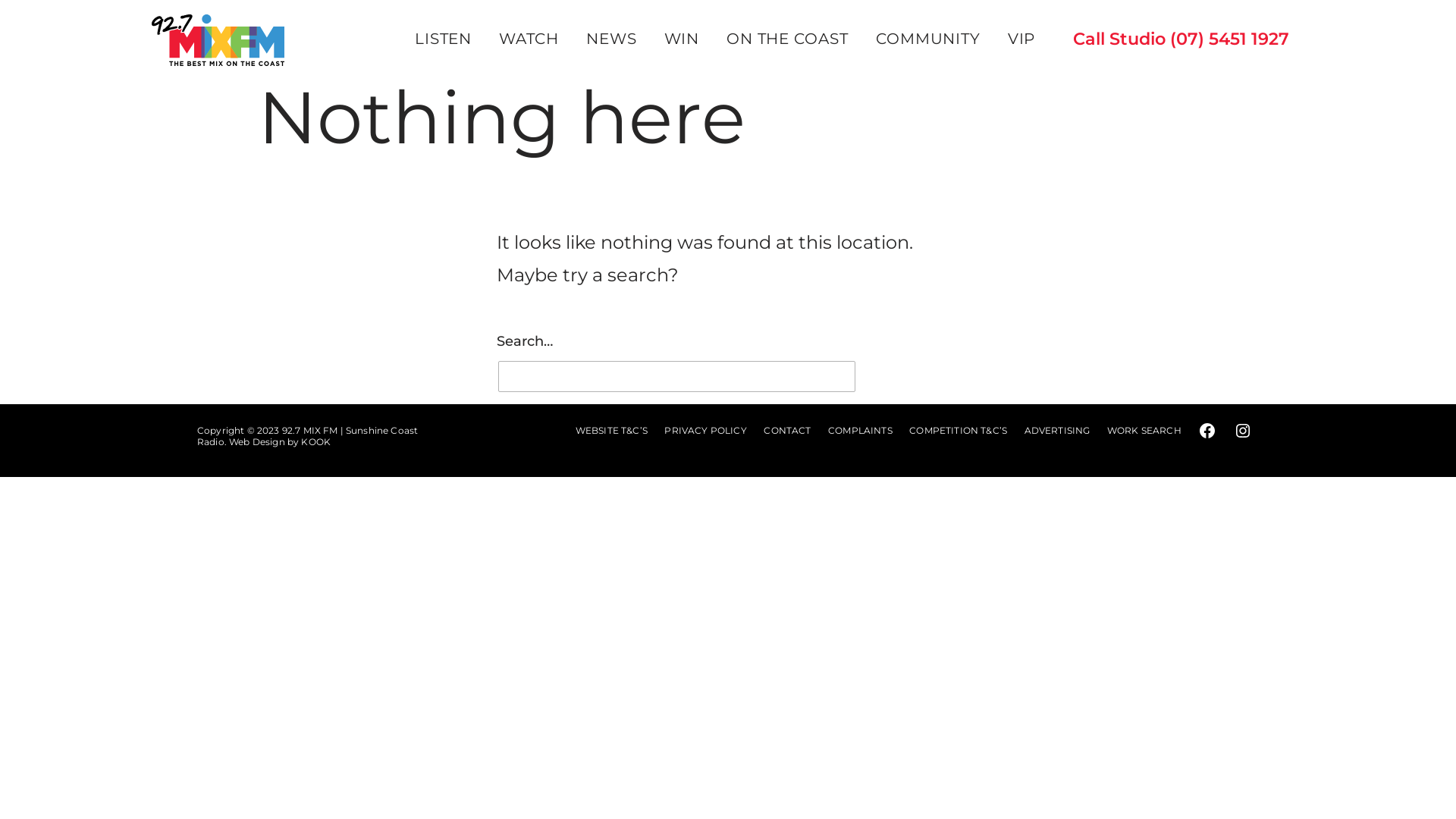  What do you see at coordinates (1056, 430) in the screenshot?
I see `'ADVERTISING'` at bounding box center [1056, 430].